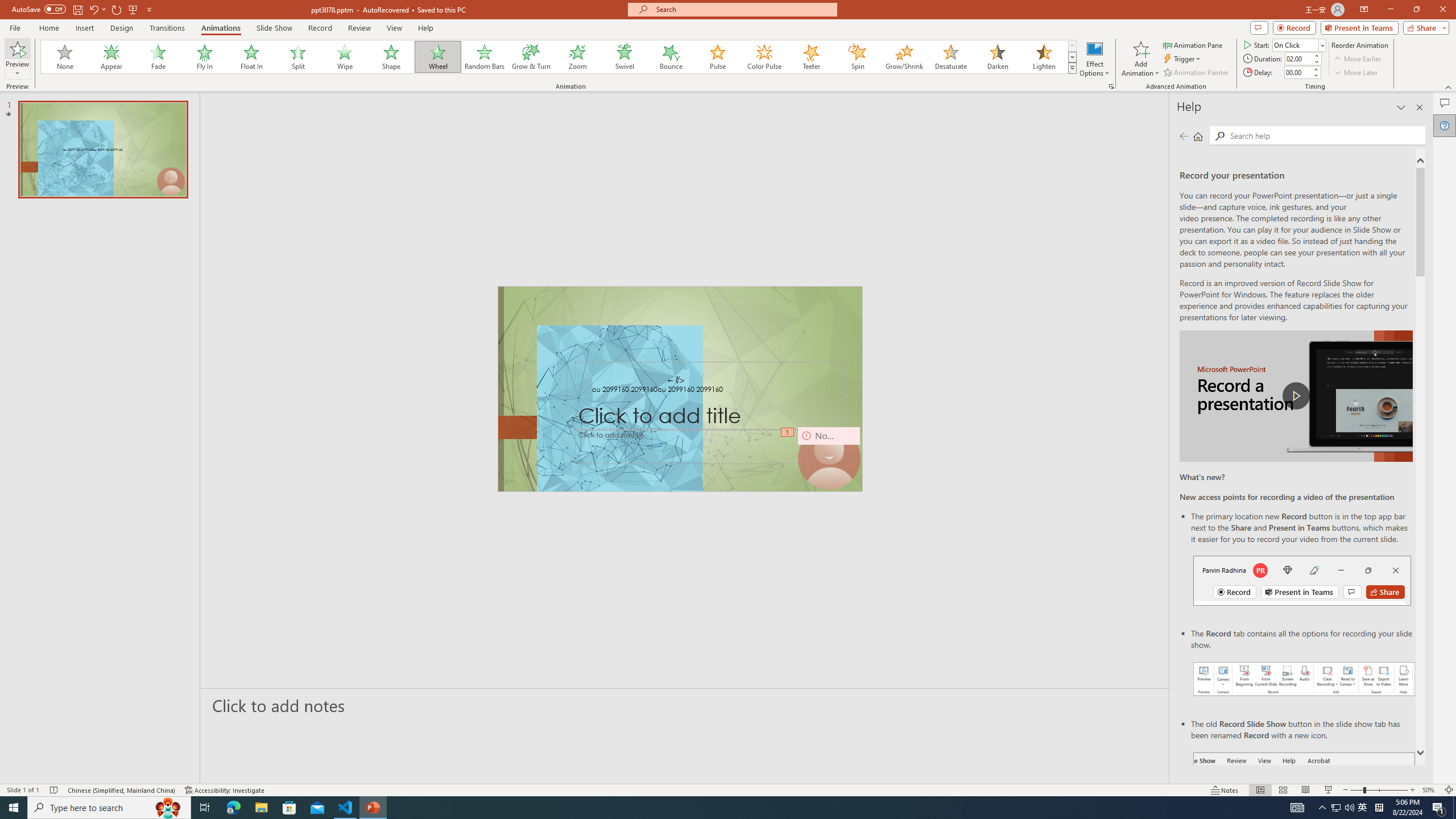 This screenshot has width=1456, height=819. Describe the element at coordinates (559, 56) in the screenshot. I see `'AutomationID: AnimationGallery'` at that location.